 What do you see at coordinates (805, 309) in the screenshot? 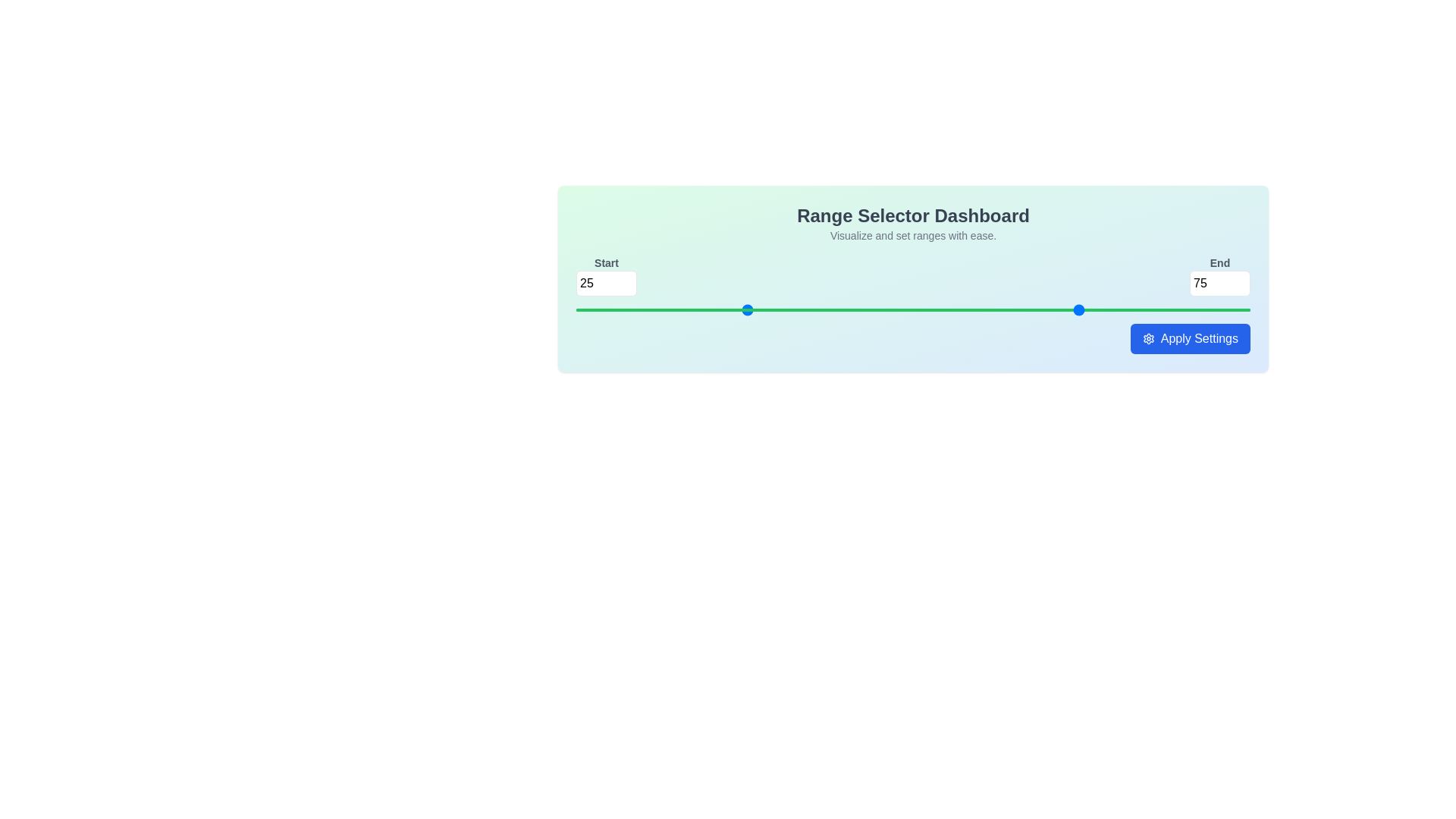
I see `the slider` at bounding box center [805, 309].